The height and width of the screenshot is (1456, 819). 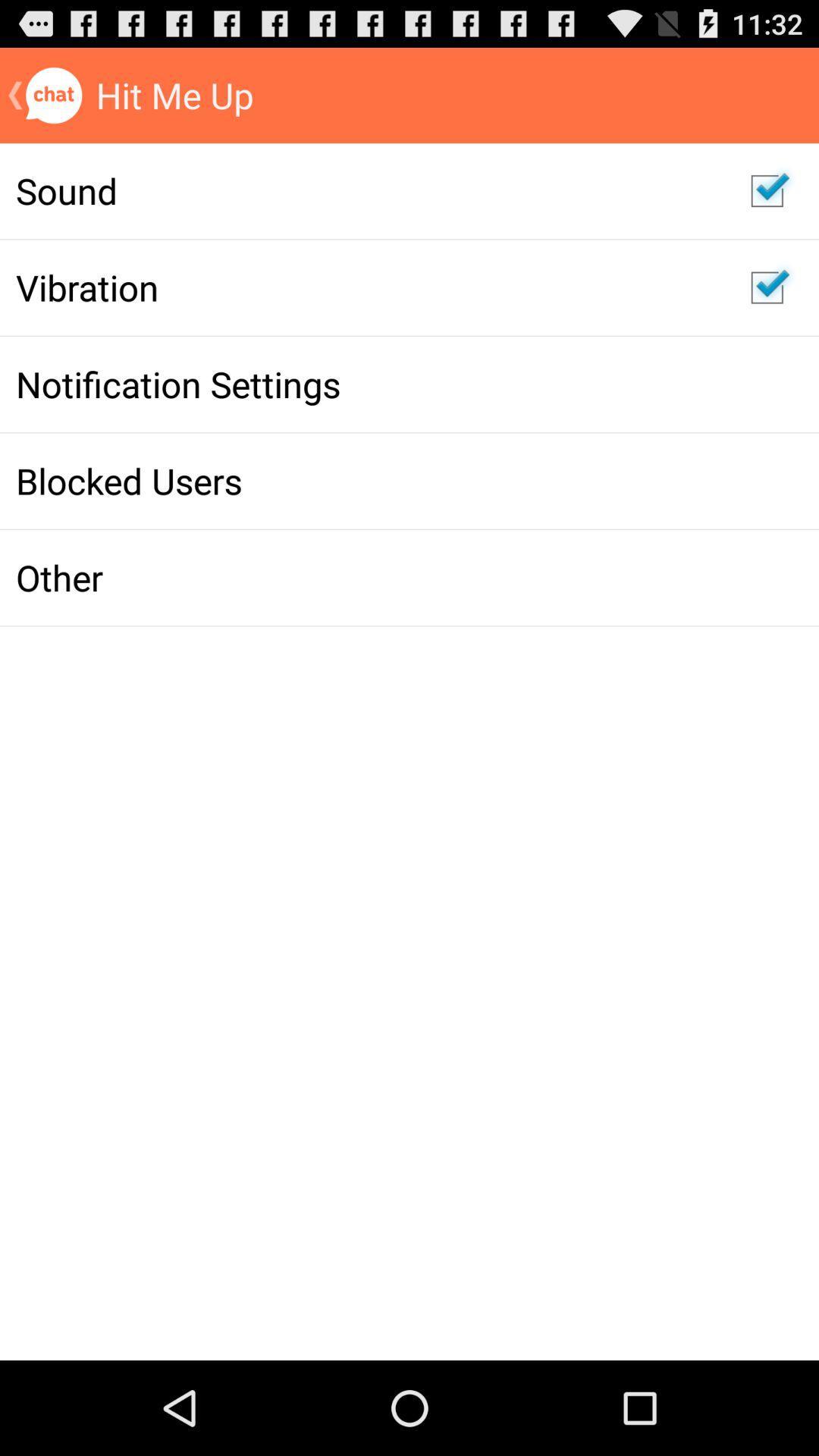 I want to click on the item below notification settings icon, so click(x=367, y=480).